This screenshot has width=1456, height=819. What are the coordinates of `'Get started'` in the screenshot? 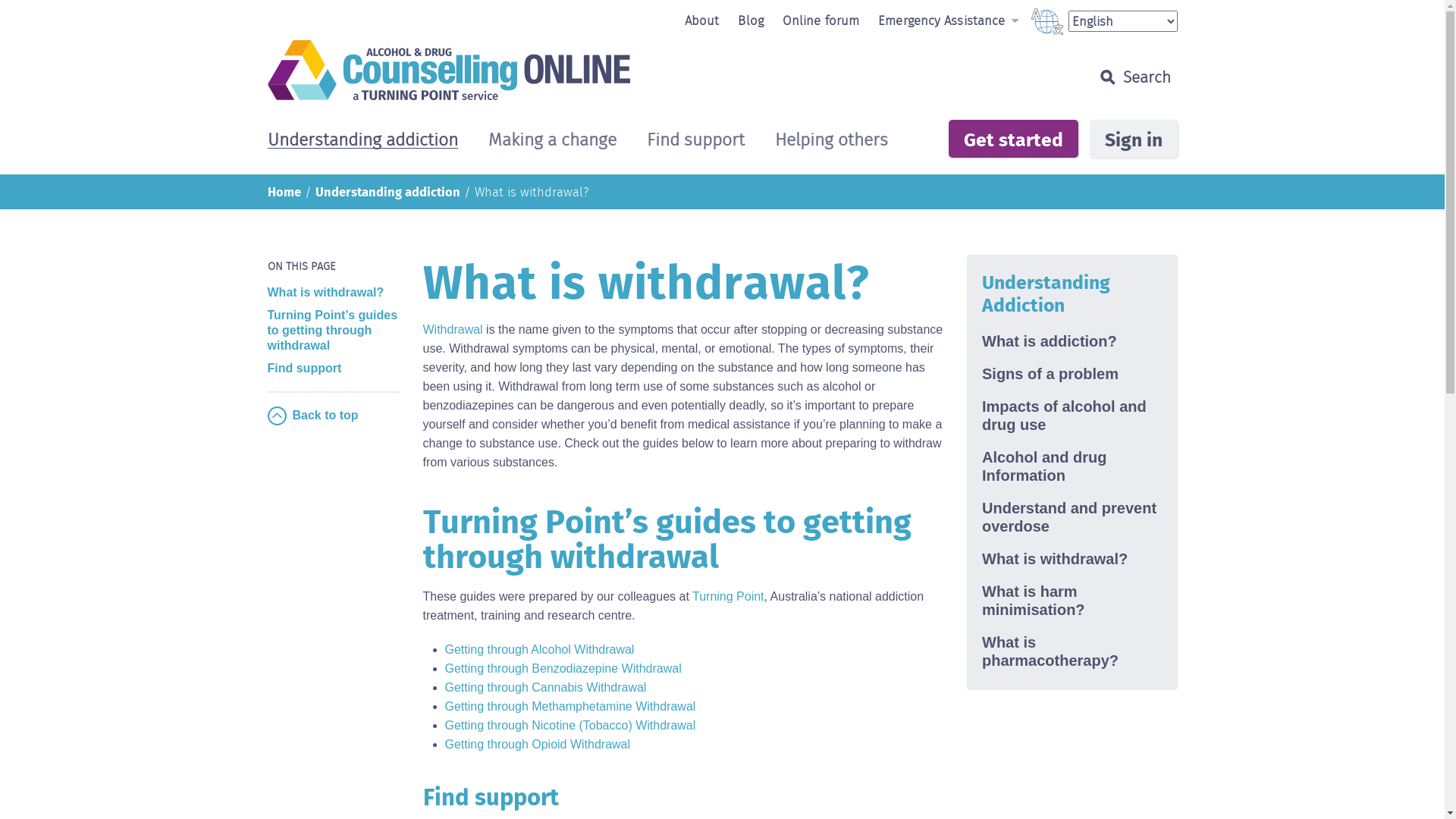 It's located at (1012, 138).